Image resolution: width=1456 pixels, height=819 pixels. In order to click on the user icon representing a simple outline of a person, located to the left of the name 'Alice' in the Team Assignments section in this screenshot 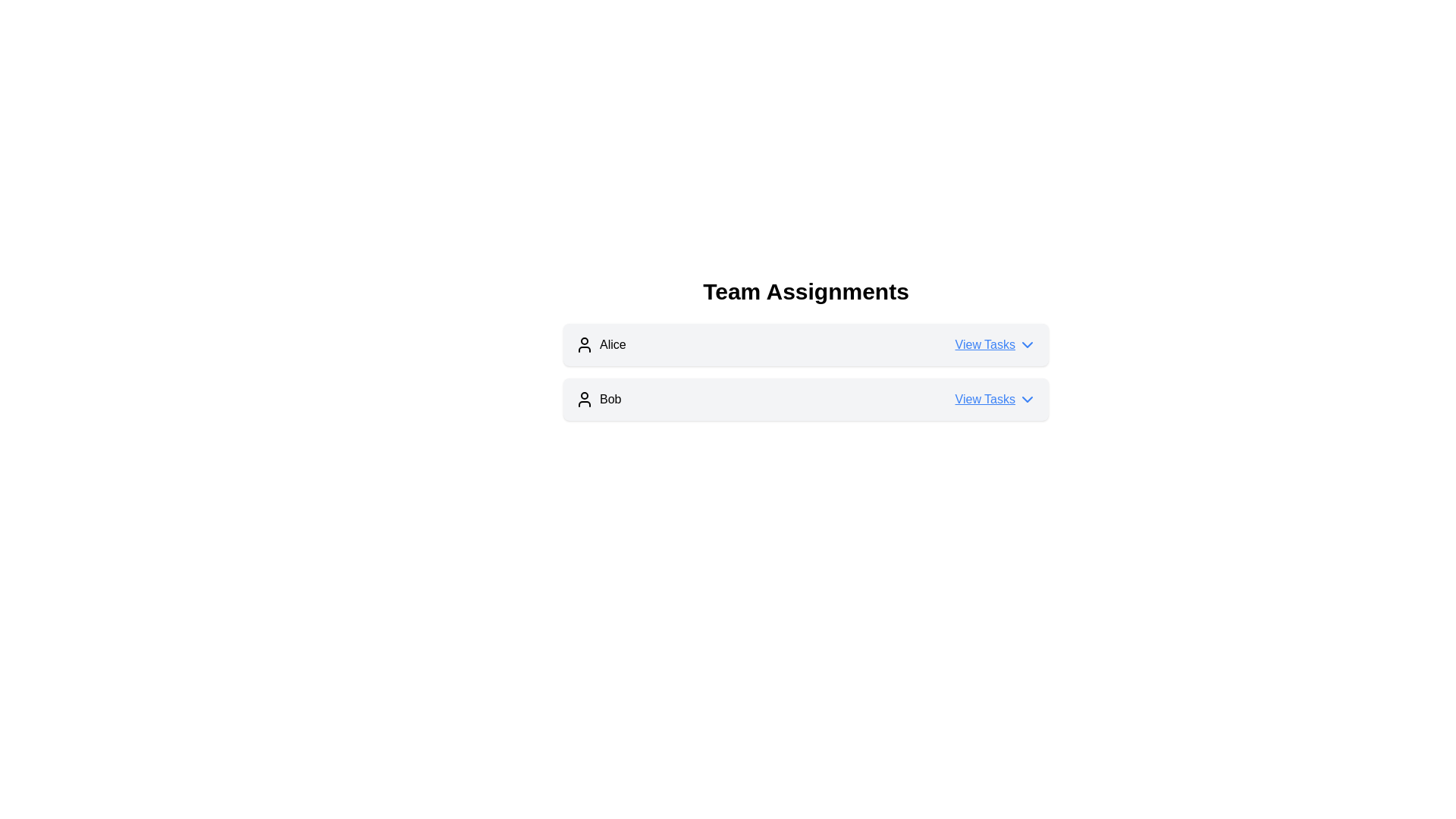, I will do `click(584, 345)`.